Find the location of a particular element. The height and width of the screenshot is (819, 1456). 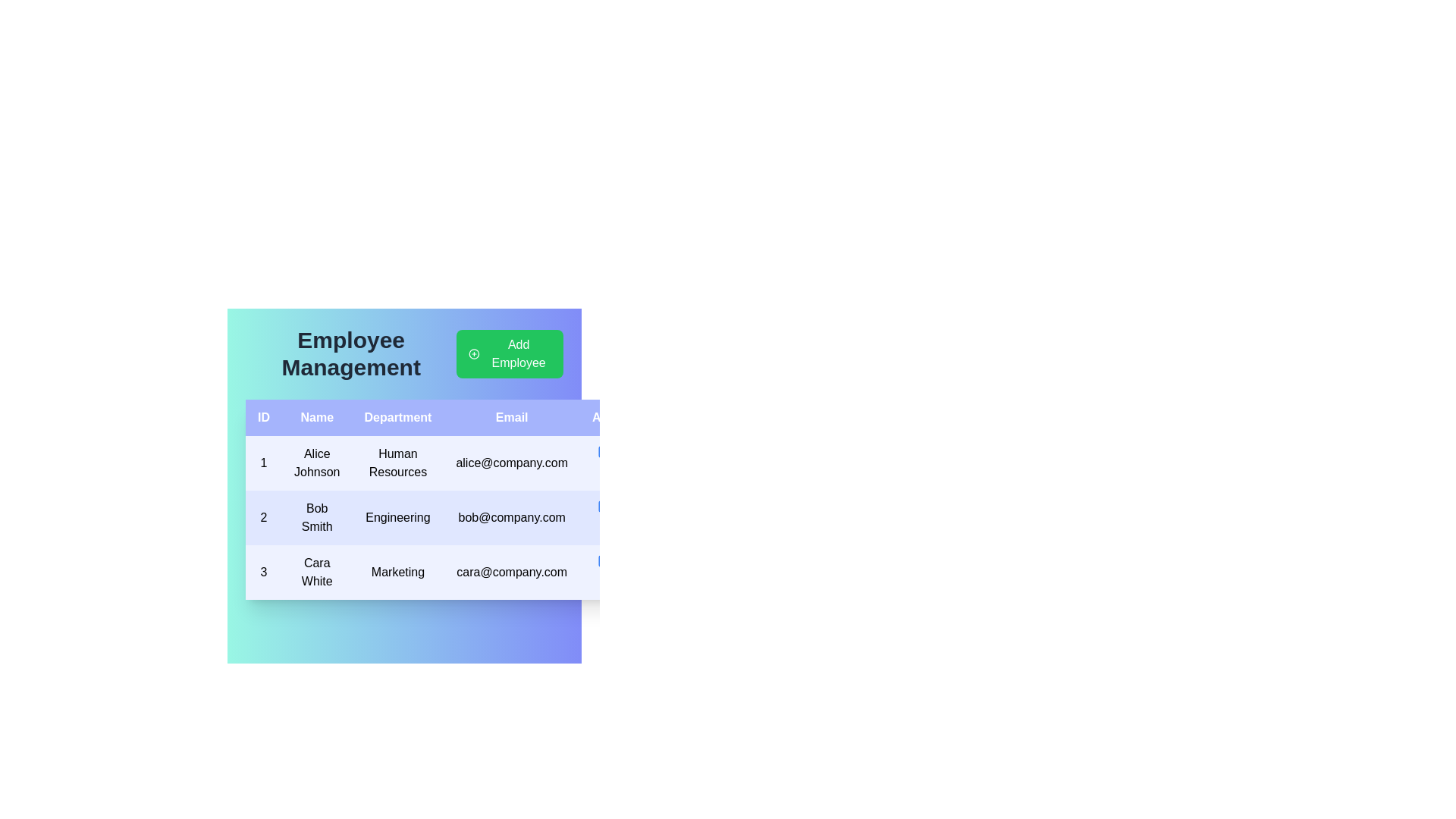

the static text label displaying the email address in the fourth column of the second row of the table, adjacent to 'Engineering' and aligned with 'Bob Smith' and '2' is located at coordinates (512, 516).